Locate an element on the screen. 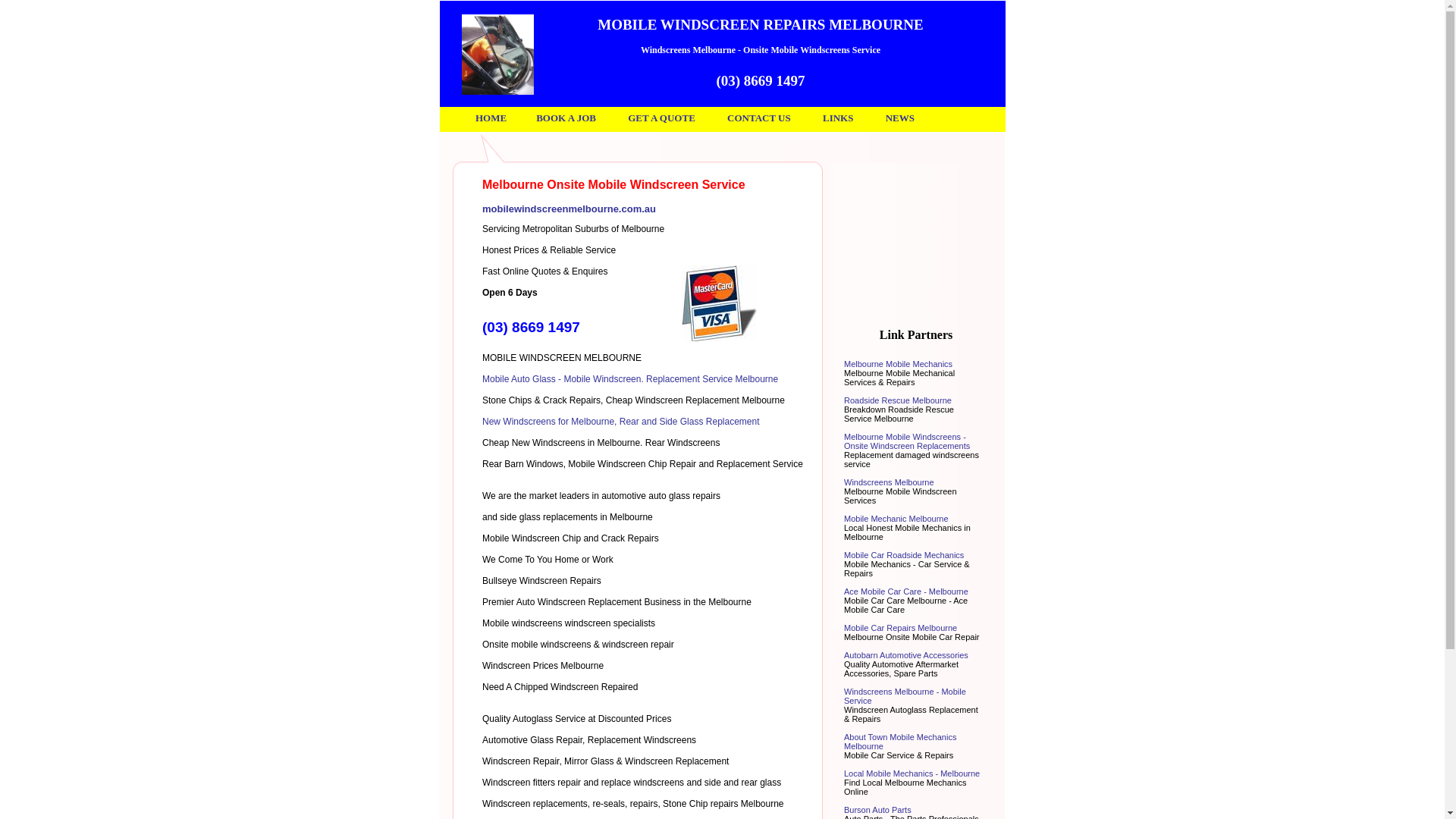 The image size is (1456, 819). 'mobilewindscreenmelbourne.com.au' is located at coordinates (481, 209).